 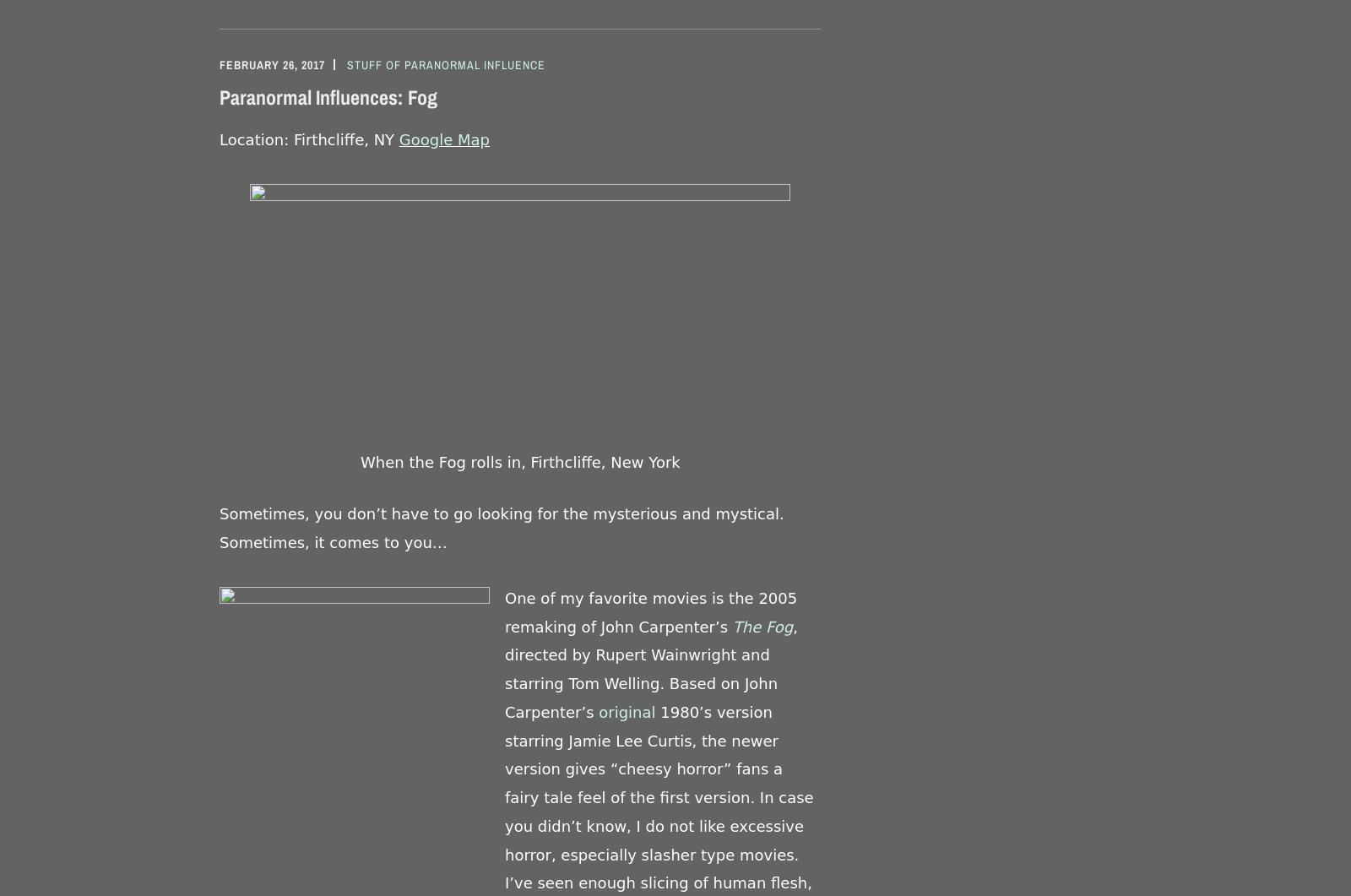 What do you see at coordinates (500, 526) in the screenshot?
I see `'Sometimes, you don’t have to go looking for the mysterious and mystical. Sometimes, it comes to you…'` at bounding box center [500, 526].